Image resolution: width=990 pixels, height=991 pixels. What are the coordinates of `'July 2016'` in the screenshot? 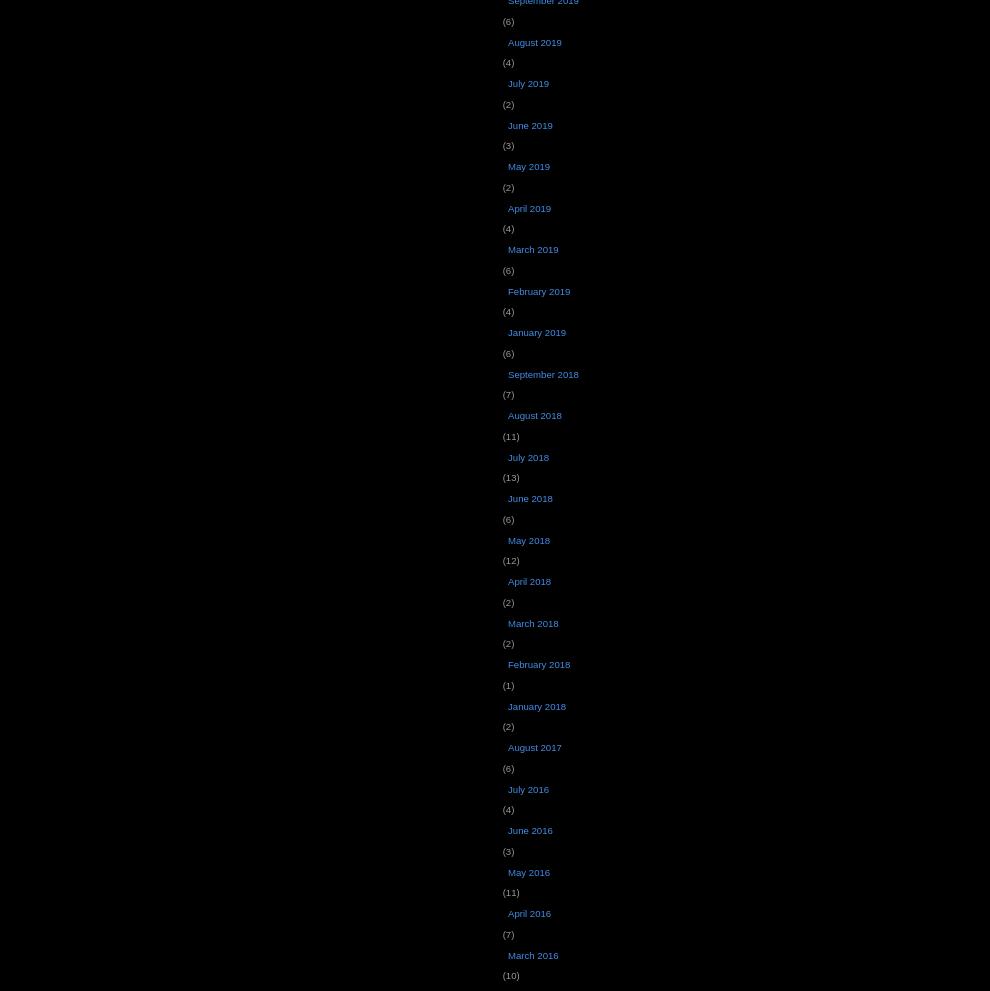 It's located at (506, 788).